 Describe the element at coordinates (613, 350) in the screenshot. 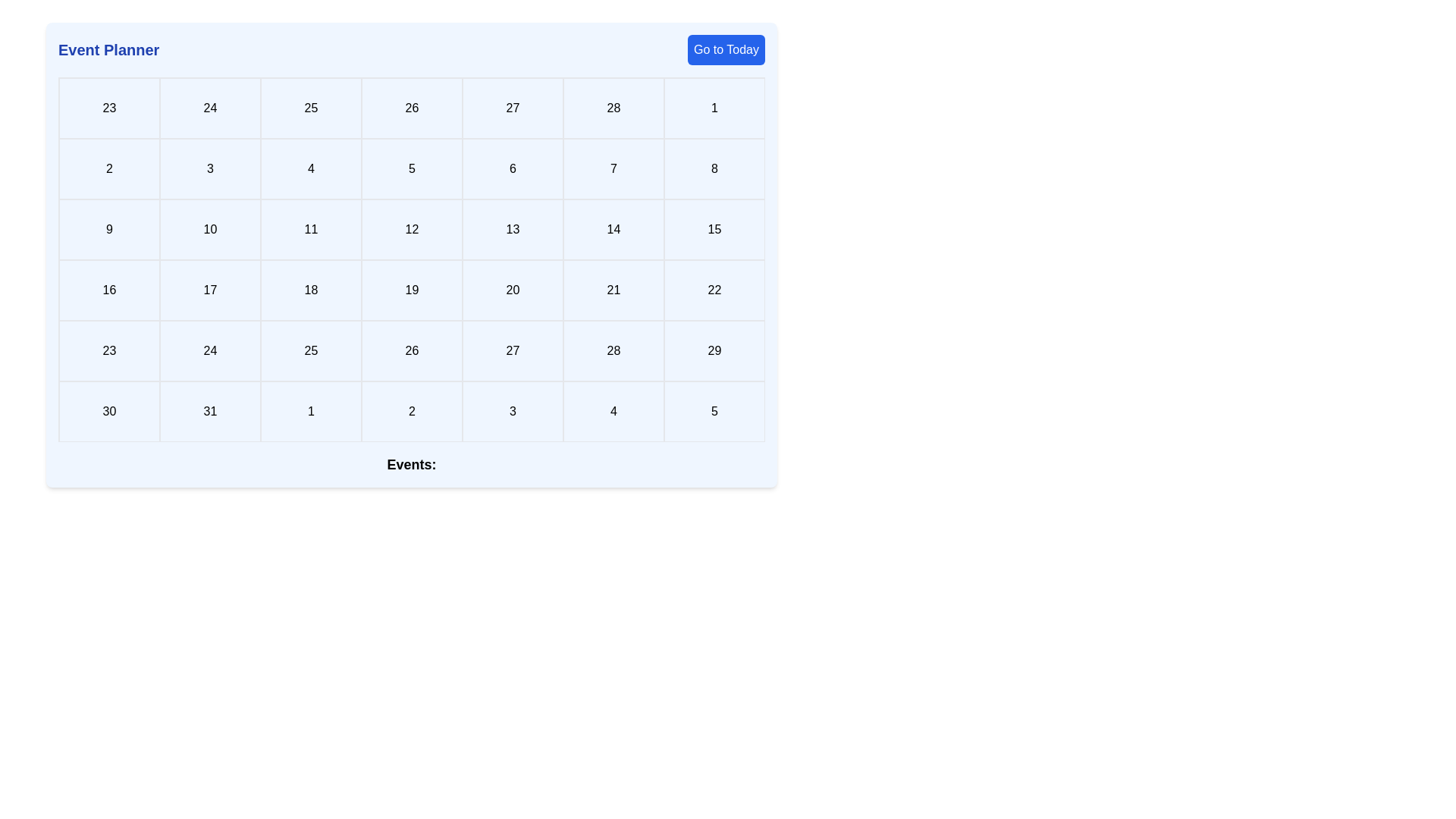

I see `the calendar day cell displaying the number '28'` at that location.